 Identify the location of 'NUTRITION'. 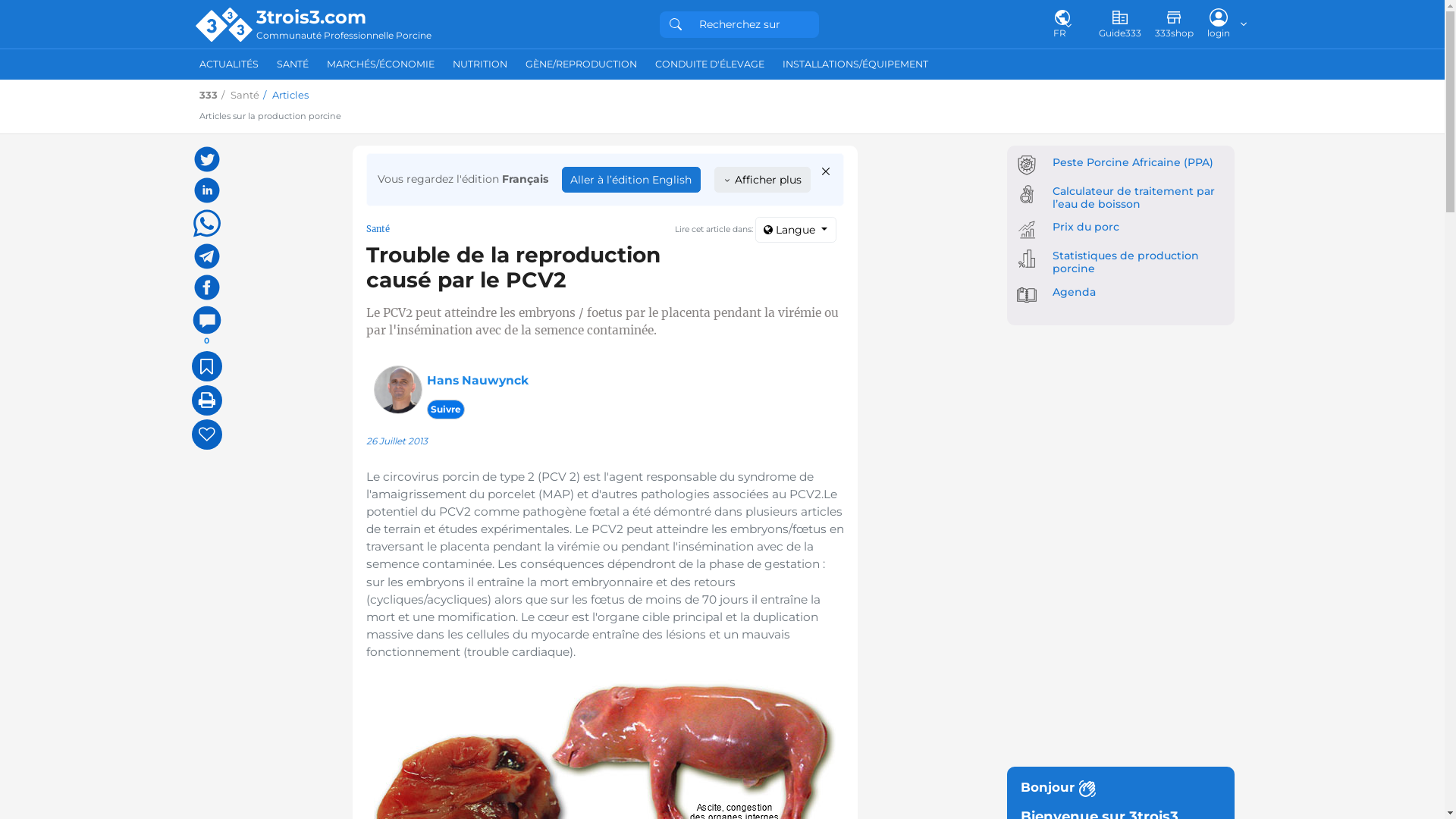
(479, 63).